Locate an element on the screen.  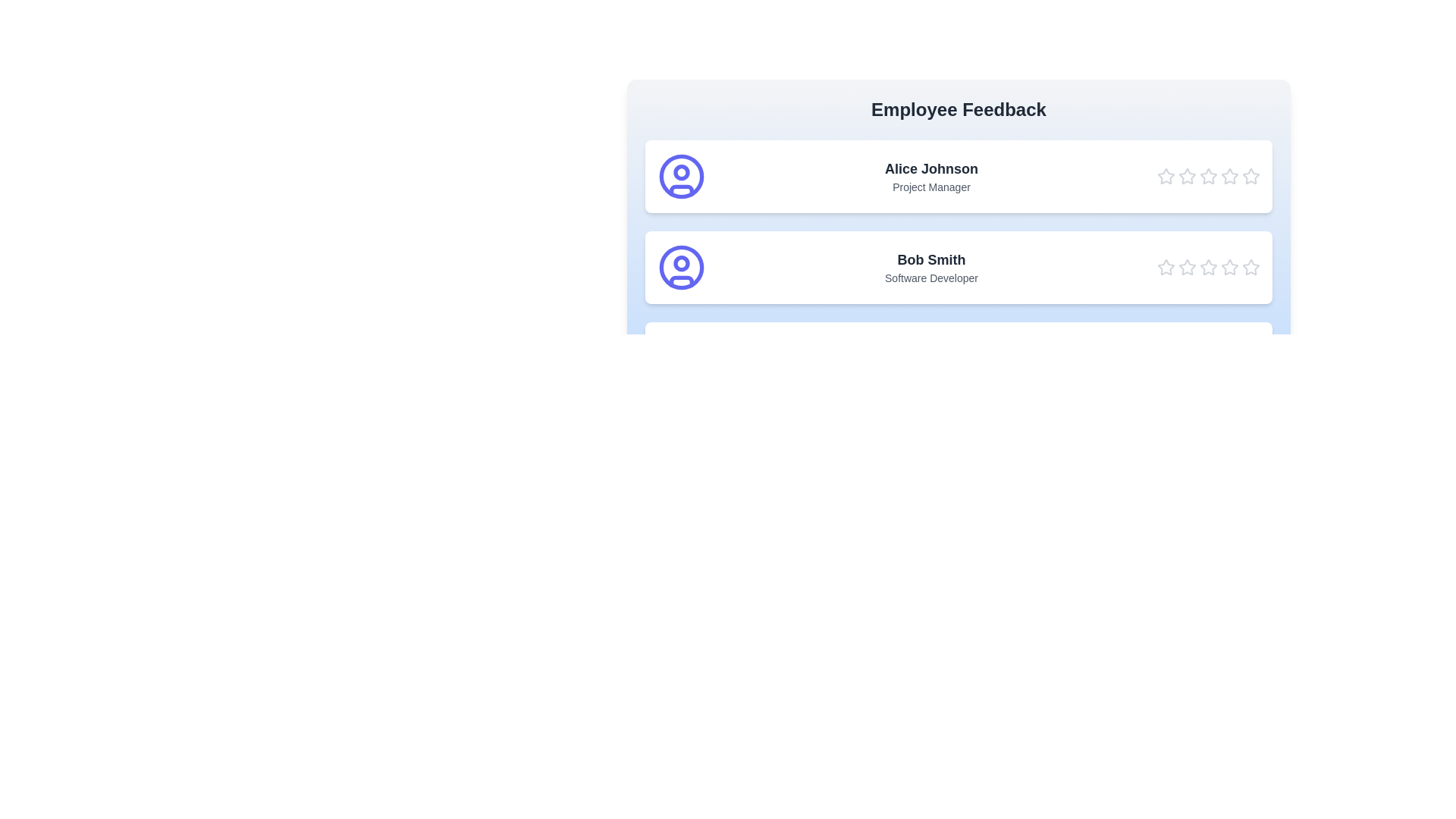
the star corresponding to 1 stars for the employee Alice Johnson is located at coordinates (1165, 175).